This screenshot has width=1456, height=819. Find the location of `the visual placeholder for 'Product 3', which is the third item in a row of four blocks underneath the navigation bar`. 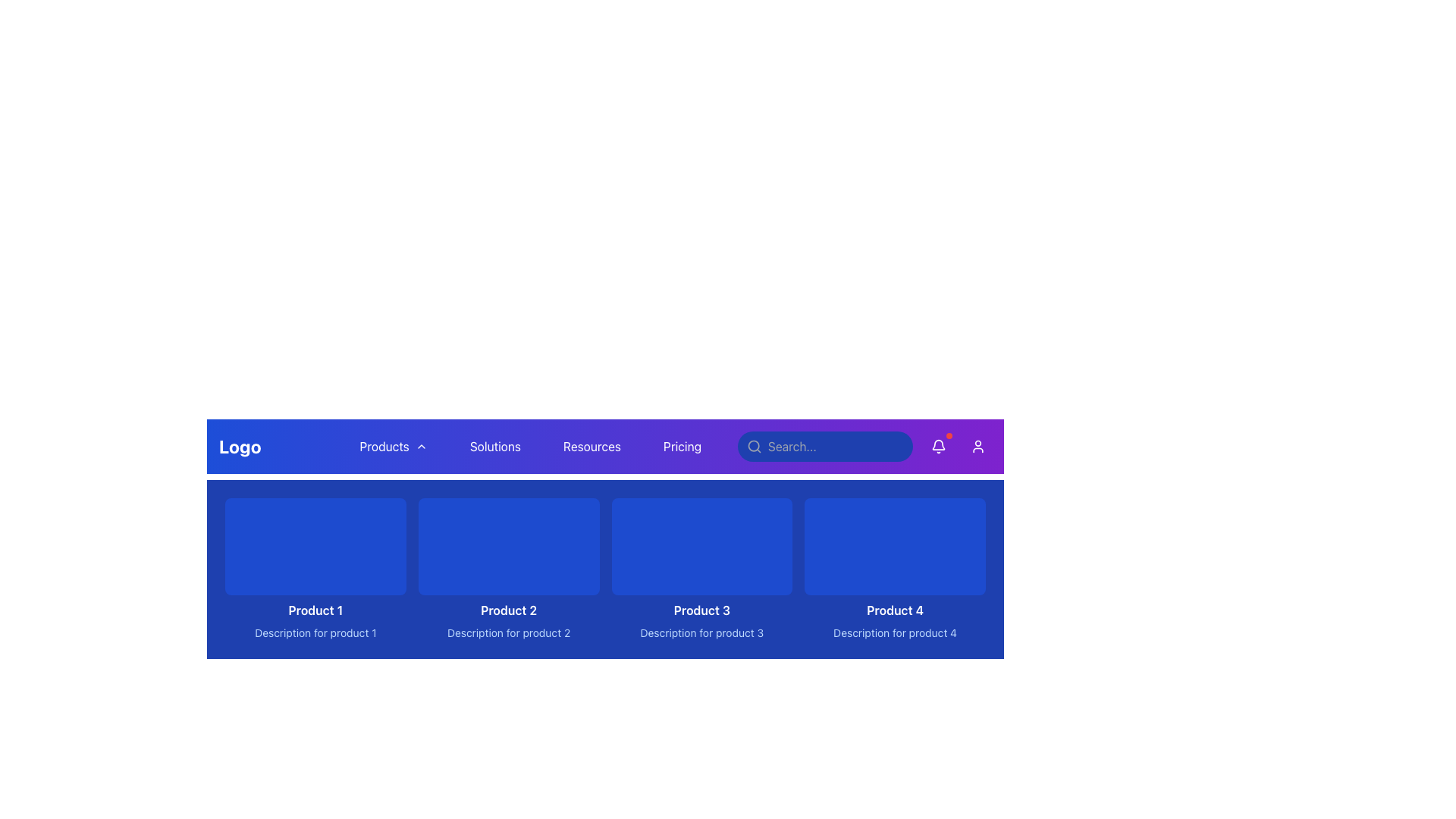

the visual placeholder for 'Product 3', which is the third item in a row of four blocks underneath the navigation bar is located at coordinates (701, 547).